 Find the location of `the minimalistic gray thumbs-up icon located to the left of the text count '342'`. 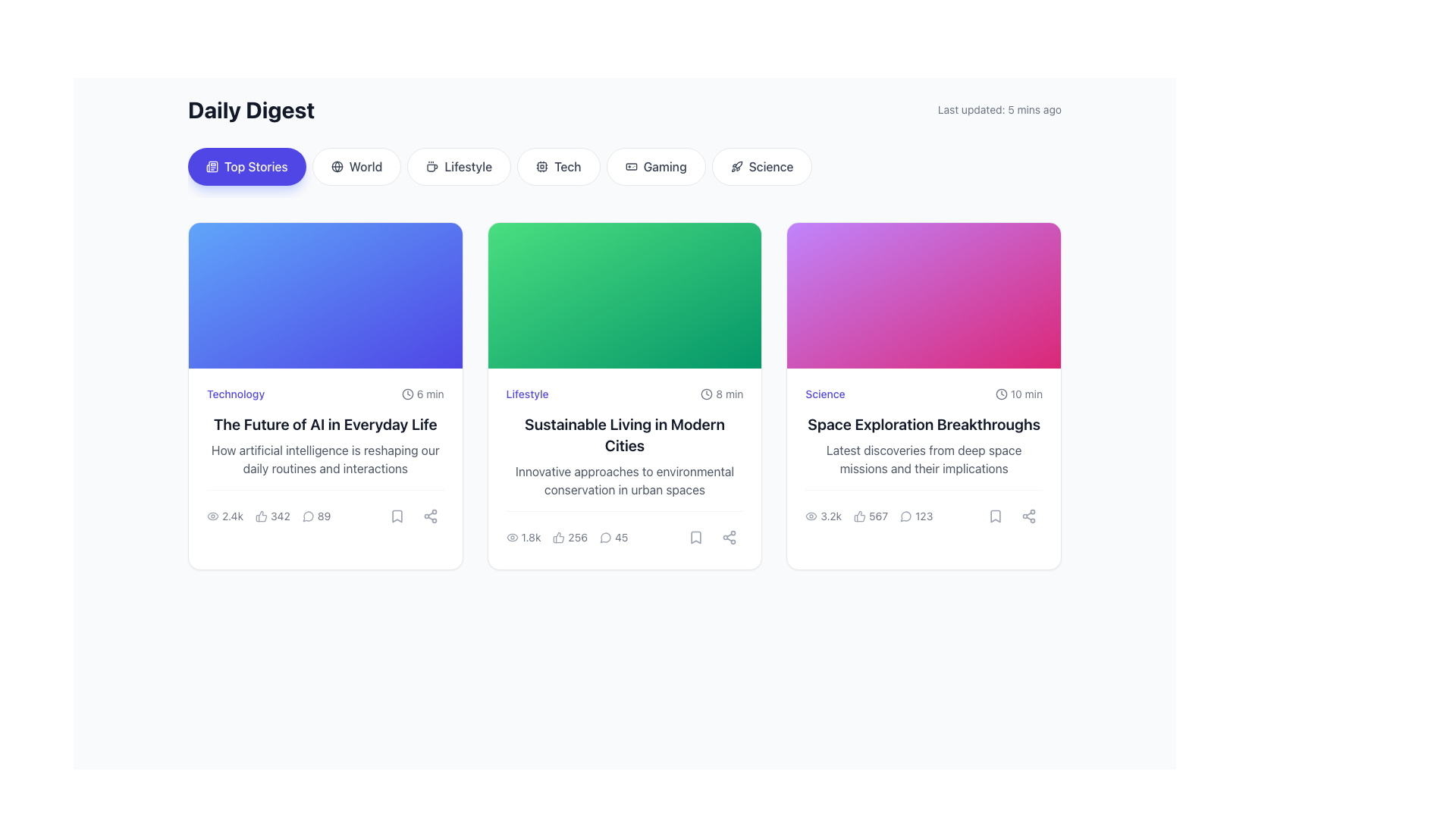

the minimalistic gray thumbs-up icon located to the left of the text count '342' is located at coordinates (262, 516).